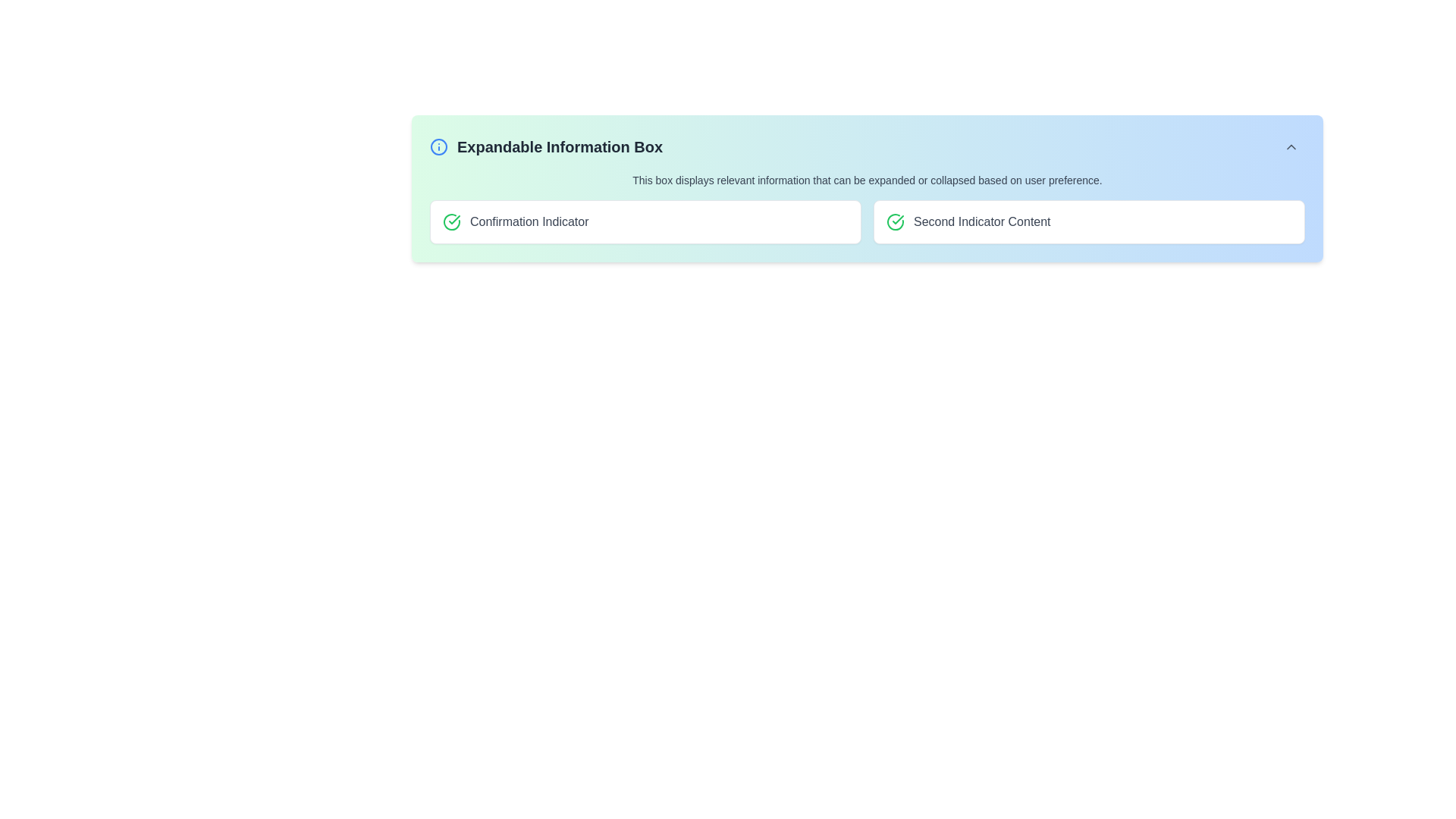 The height and width of the screenshot is (819, 1456). I want to click on the success indicator icon located at the top right of the interface within the 'Second Indicator Content' section, so click(895, 222).